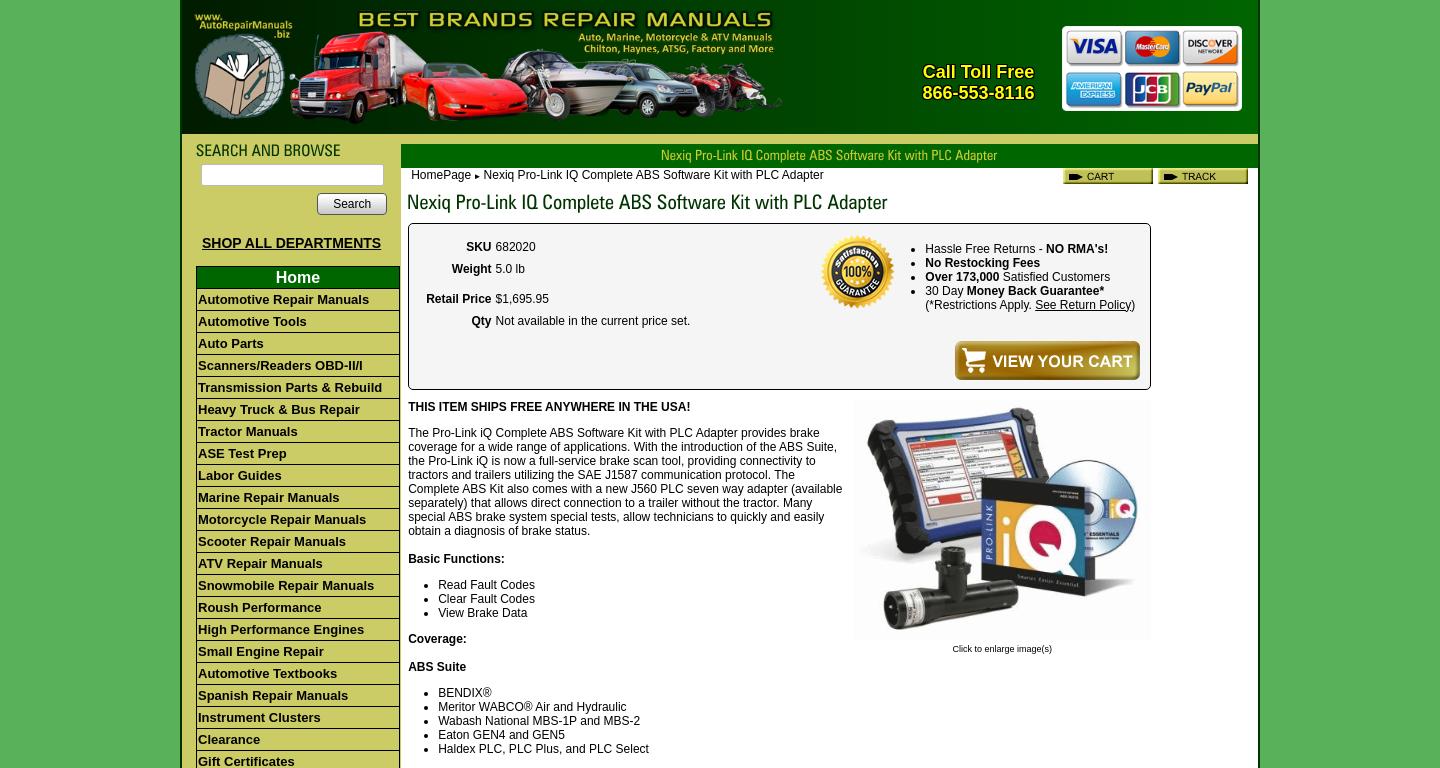  I want to click on 'Retail Price', so click(458, 297).